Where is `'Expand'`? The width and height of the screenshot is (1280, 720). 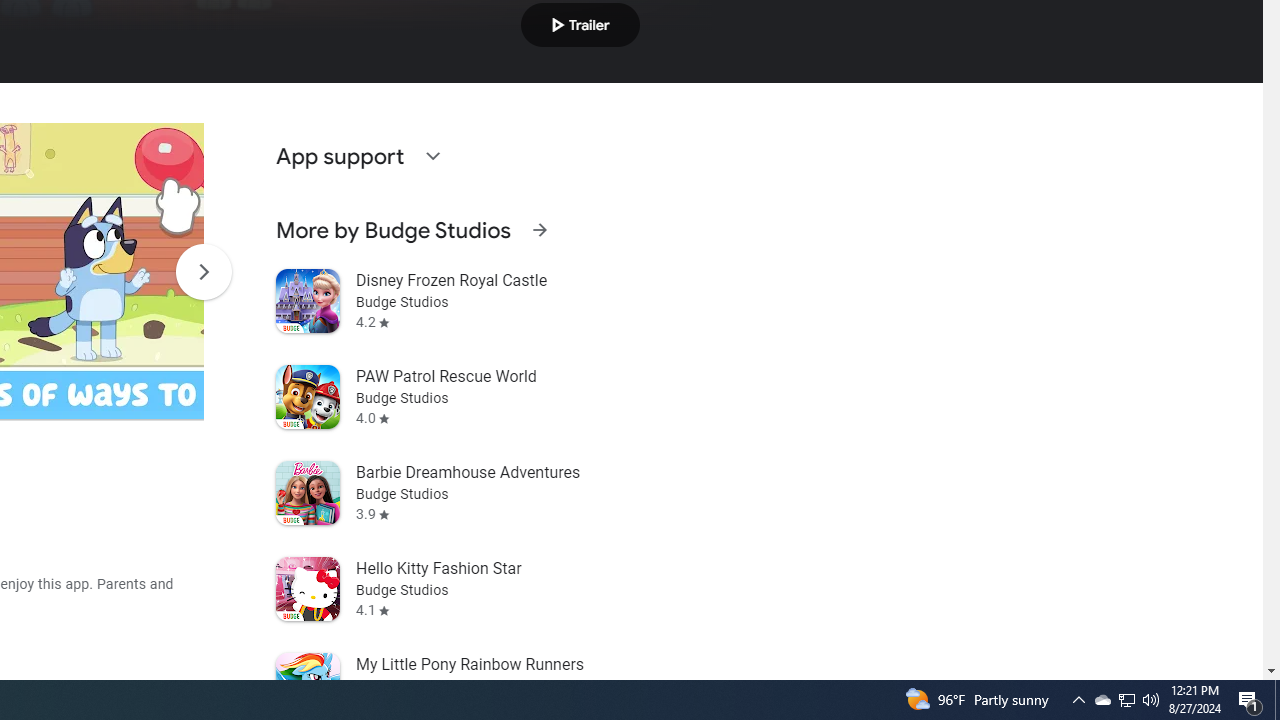
'Expand' is located at coordinates (431, 154).